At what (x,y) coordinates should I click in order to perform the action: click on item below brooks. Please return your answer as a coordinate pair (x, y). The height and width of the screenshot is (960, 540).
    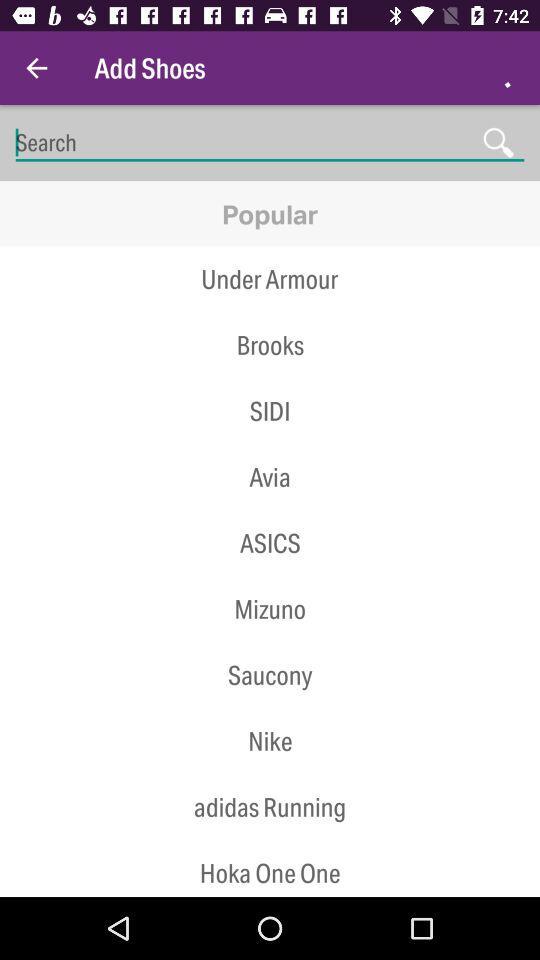
    Looking at the image, I should click on (270, 377).